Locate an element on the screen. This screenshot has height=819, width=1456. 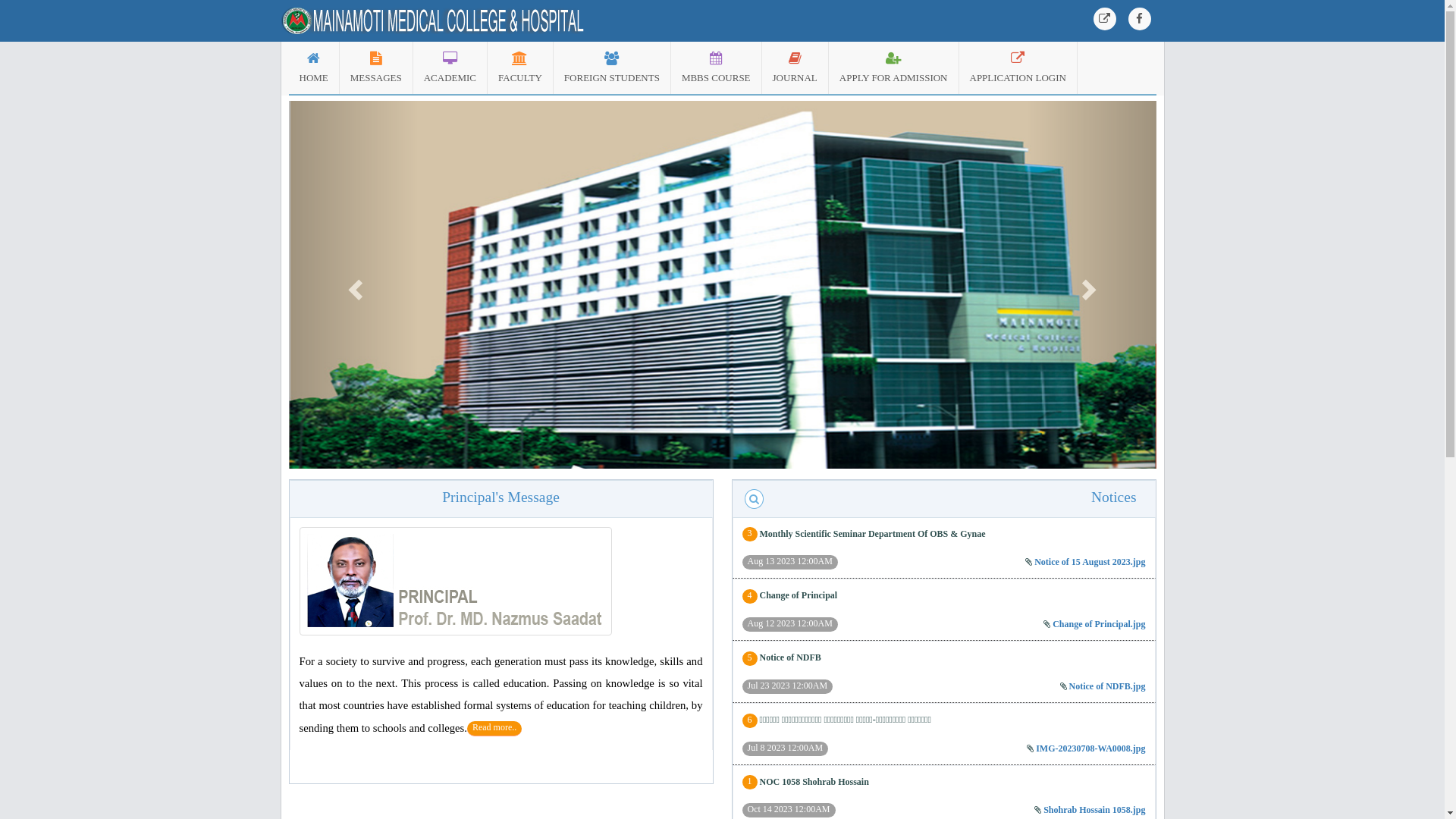
'MESSAGES' is located at coordinates (375, 67).